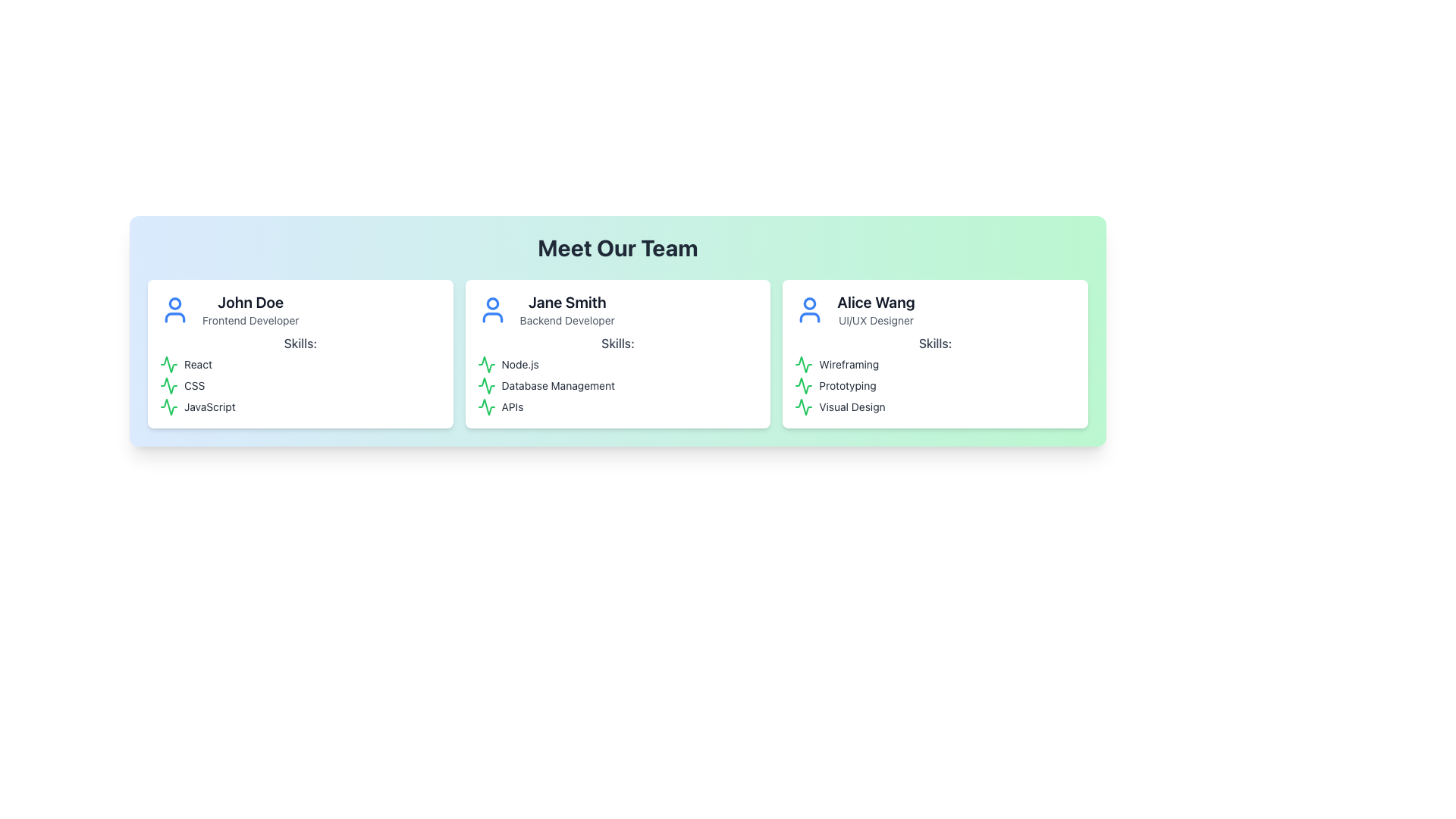  Describe the element at coordinates (803, 385) in the screenshot. I see `the green waveform SVG icon located to the left of the 'Prototyping' label in the 'Skills' section of the 'Alice Wang - UI/UX Designer' card` at that location.